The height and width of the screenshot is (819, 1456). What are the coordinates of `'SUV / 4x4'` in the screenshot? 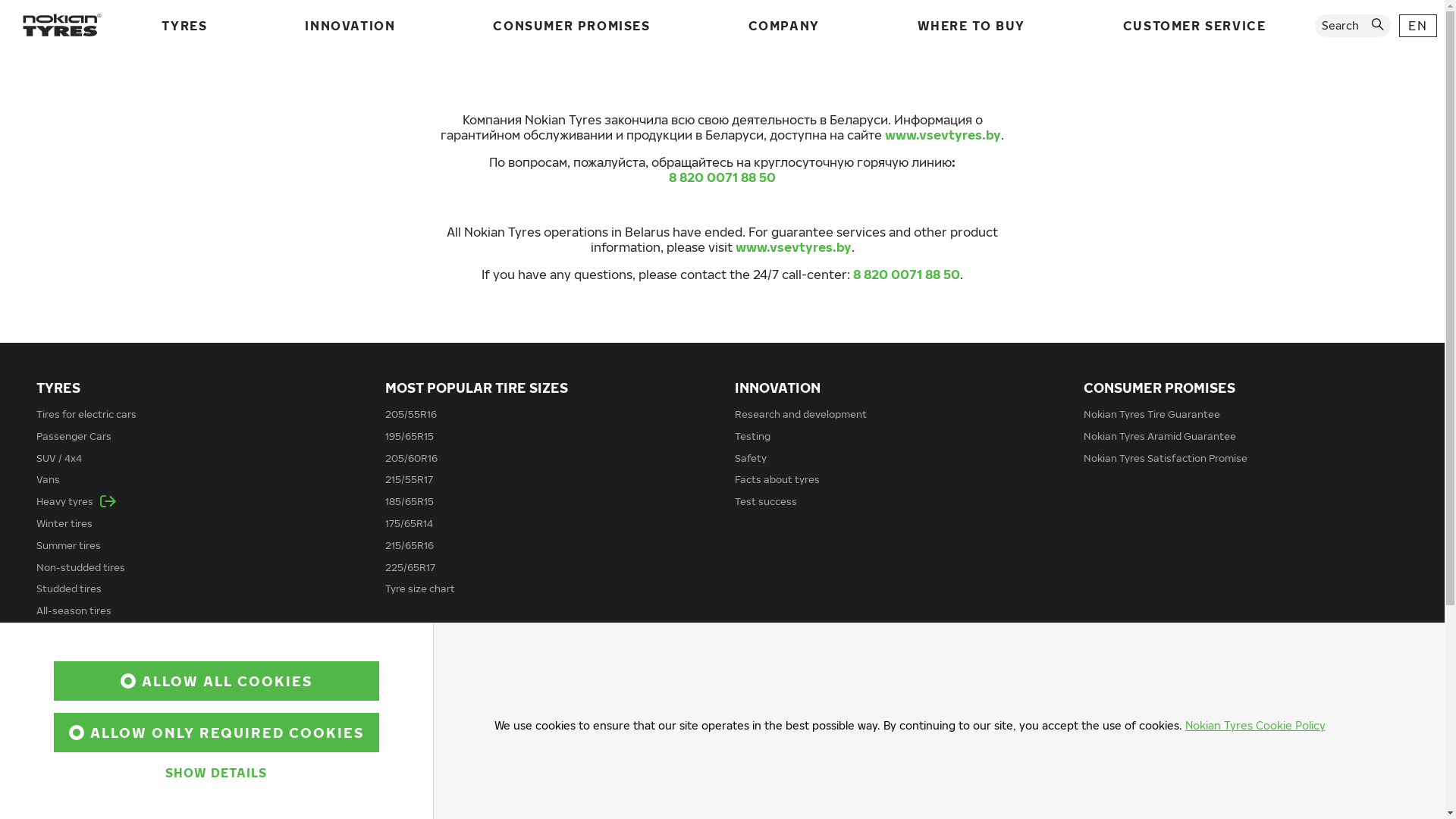 It's located at (58, 457).